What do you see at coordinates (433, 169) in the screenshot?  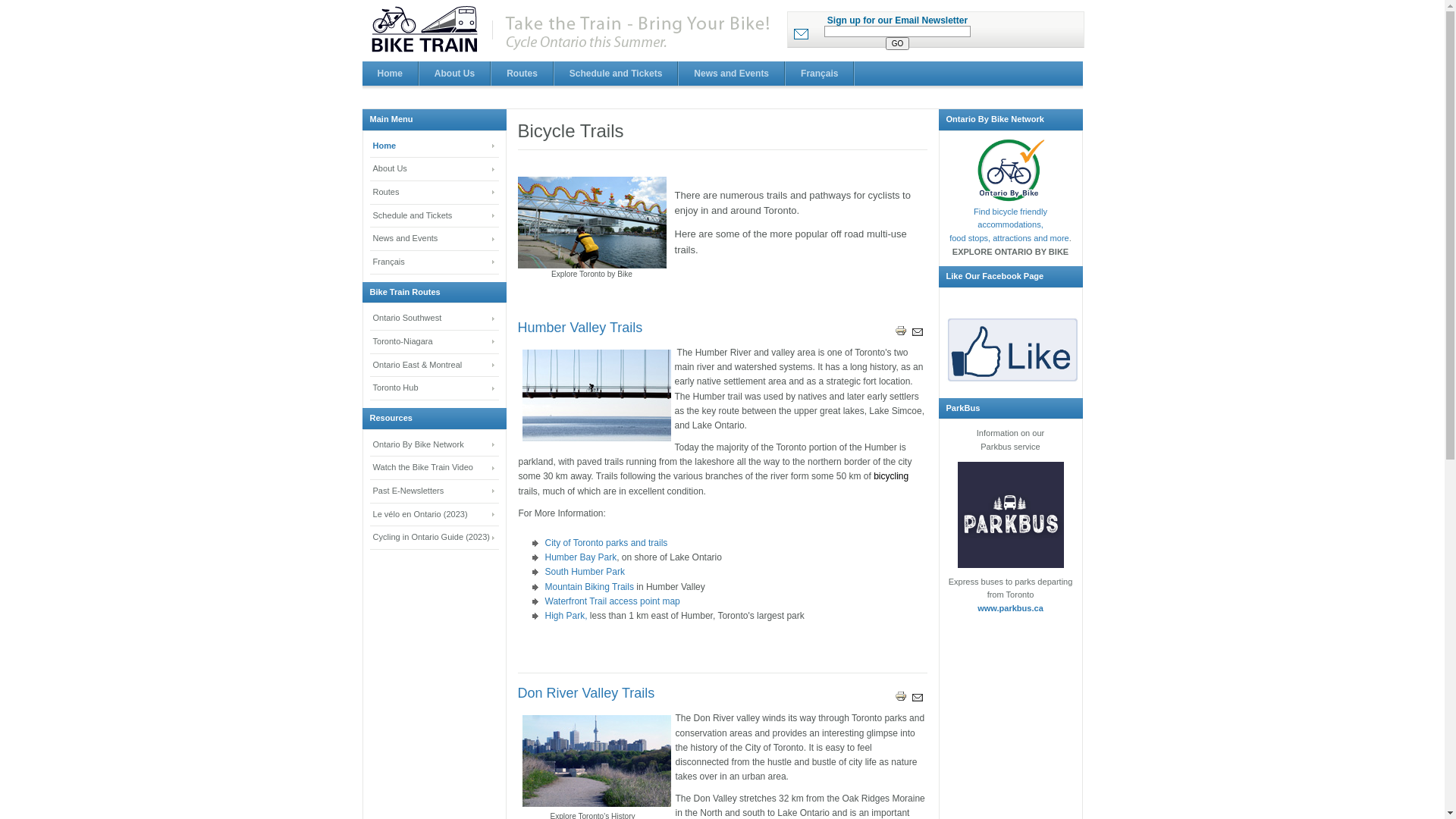 I see `'About Us'` at bounding box center [433, 169].